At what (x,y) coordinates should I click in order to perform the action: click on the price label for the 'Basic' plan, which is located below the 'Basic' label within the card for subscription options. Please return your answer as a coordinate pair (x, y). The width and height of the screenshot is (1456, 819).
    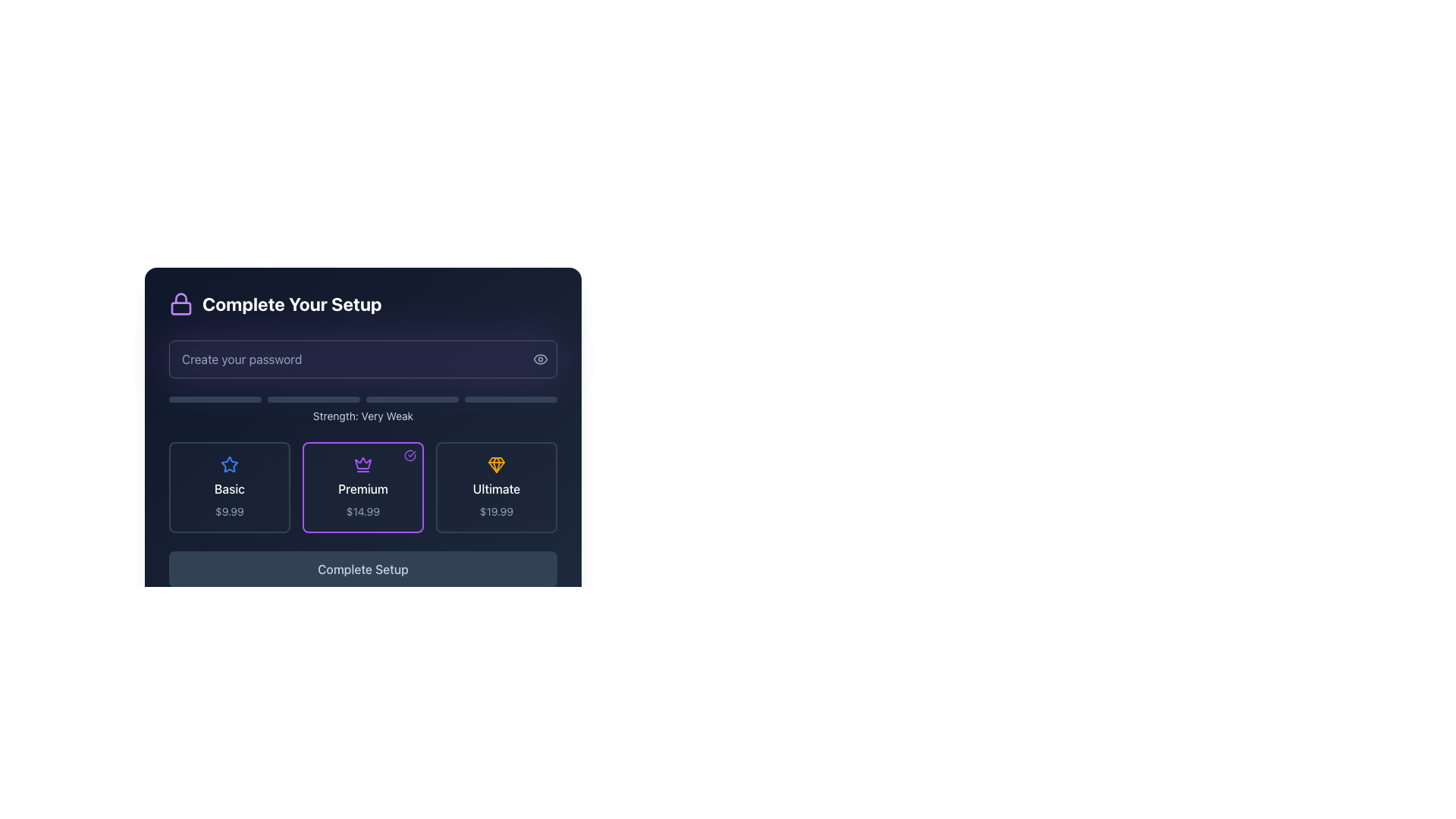
    Looking at the image, I should click on (228, 512).